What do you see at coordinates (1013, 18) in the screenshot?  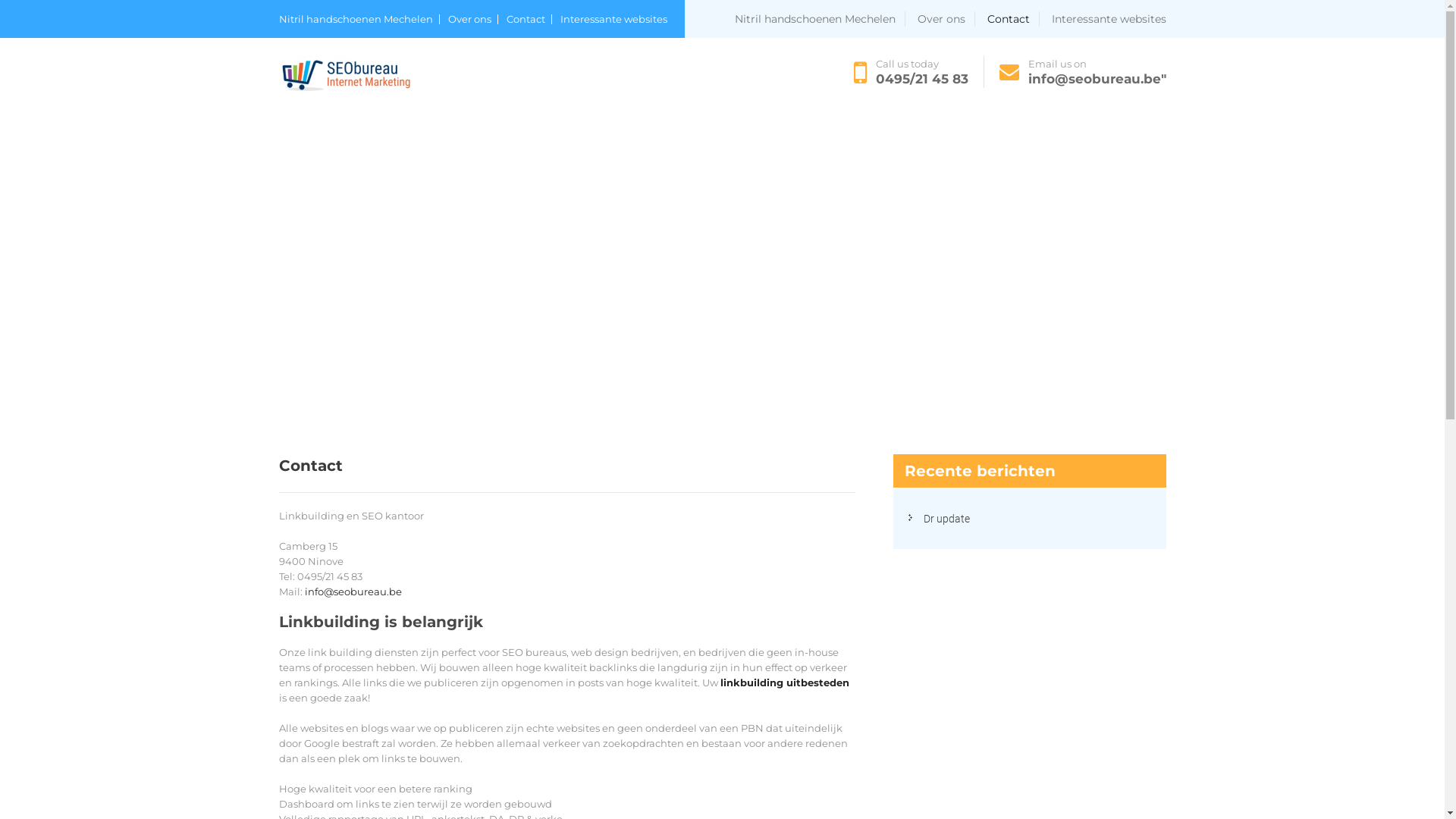 I see `'Contact'` at bounding box center [1013, 18].